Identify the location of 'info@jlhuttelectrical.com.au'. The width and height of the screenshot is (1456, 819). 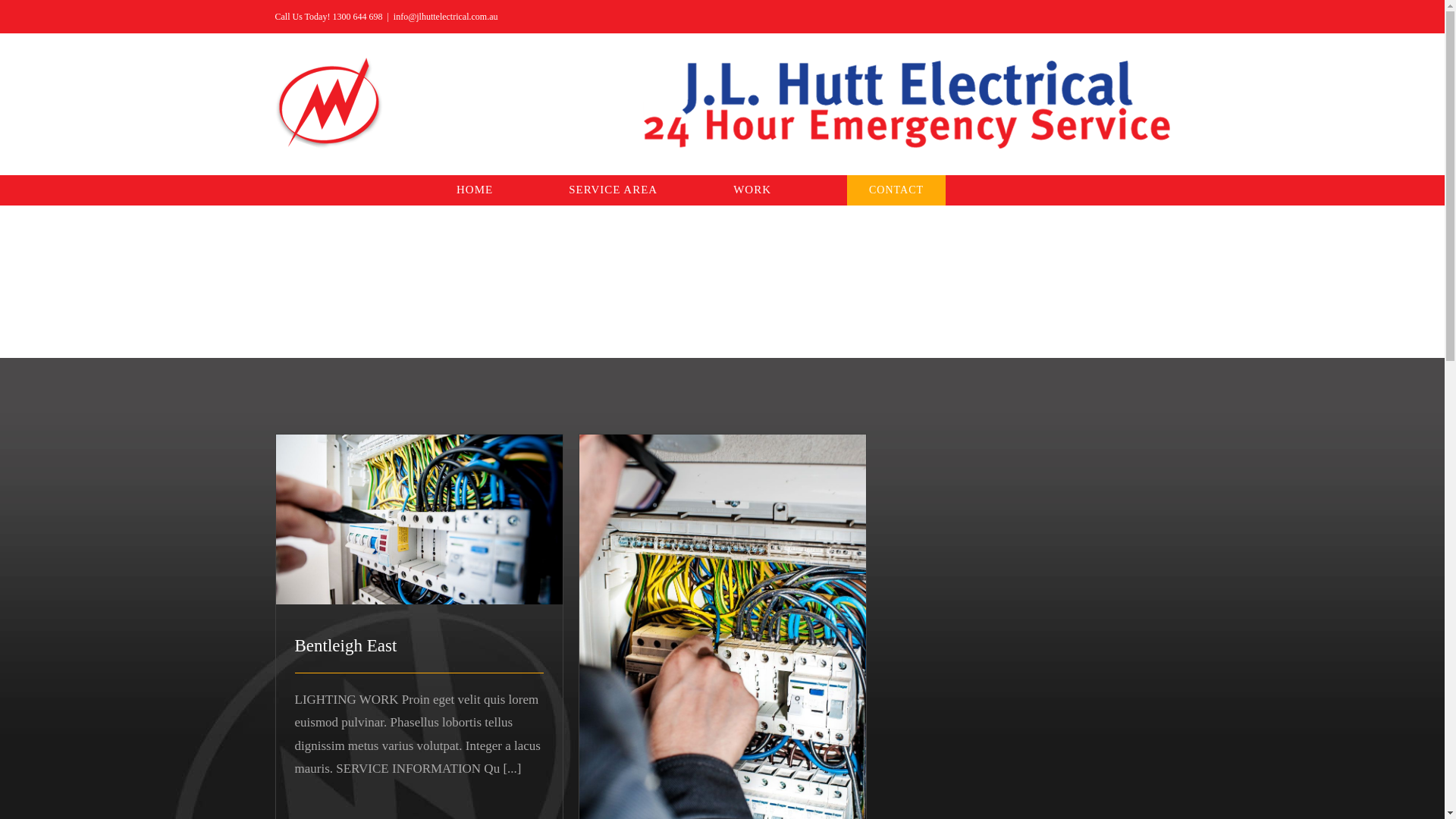
(445, 17).